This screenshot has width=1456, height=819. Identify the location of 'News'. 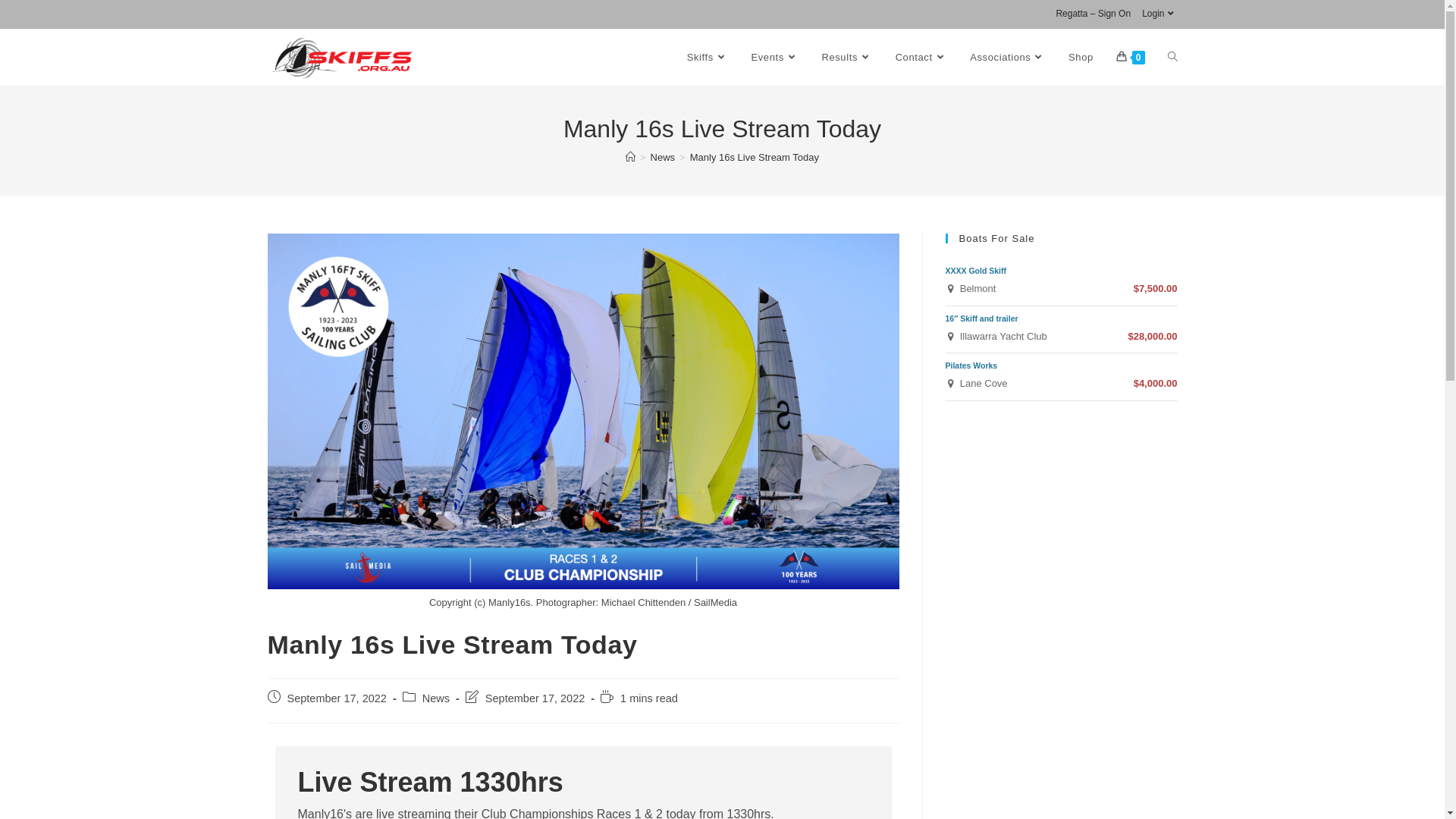
(663, 157).